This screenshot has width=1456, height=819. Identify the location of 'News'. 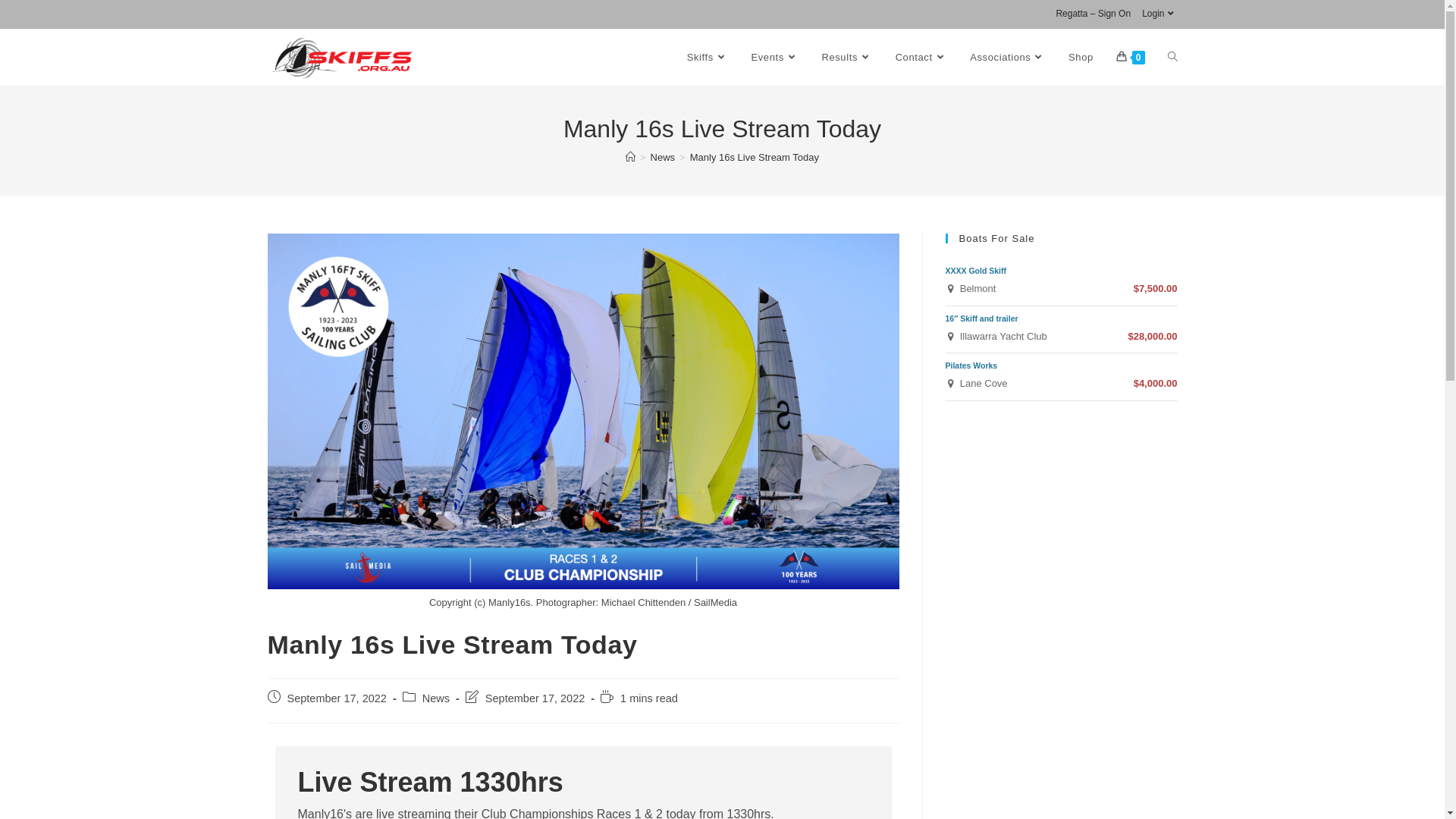
(663, 157).